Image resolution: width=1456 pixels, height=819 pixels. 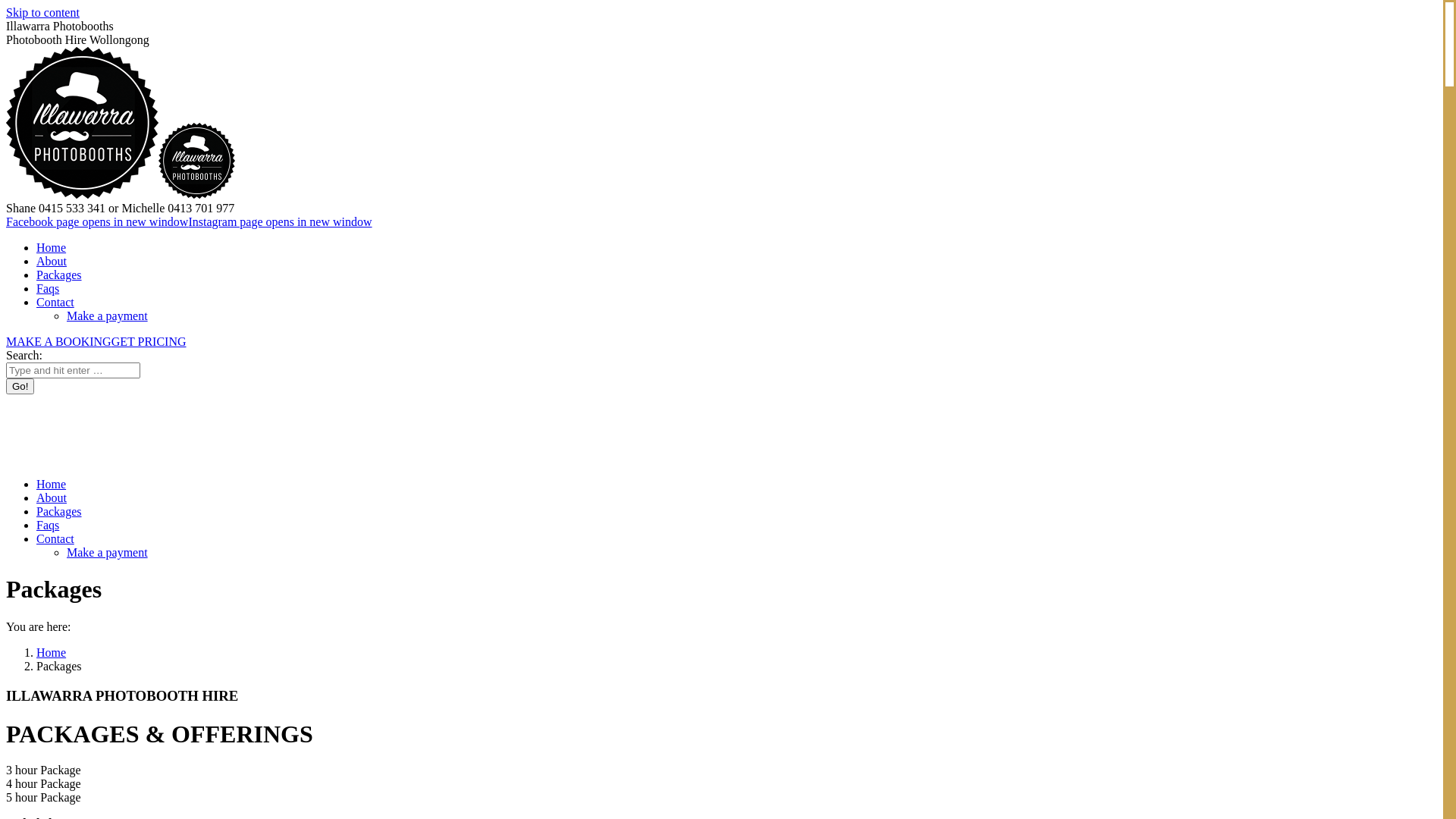 What do you see at coordinates (72, 370) in the screenshot?
I see `'Search form'` at bounding box center [72, 370].